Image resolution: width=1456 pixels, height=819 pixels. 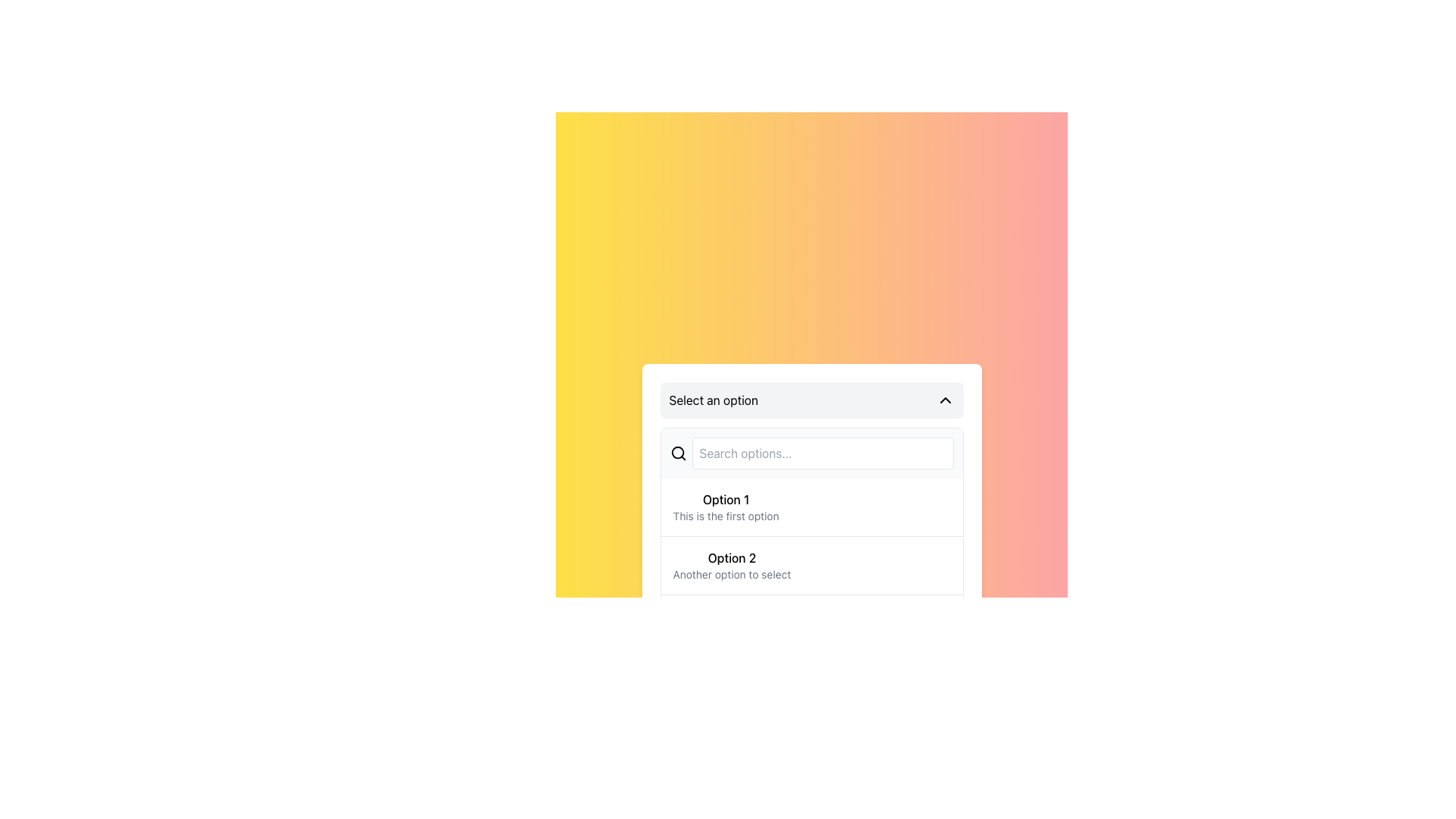 I want to click on description provided by the Text Label located beneath 'Option 1' in the dropdown menu, so click(x=725, y=516).